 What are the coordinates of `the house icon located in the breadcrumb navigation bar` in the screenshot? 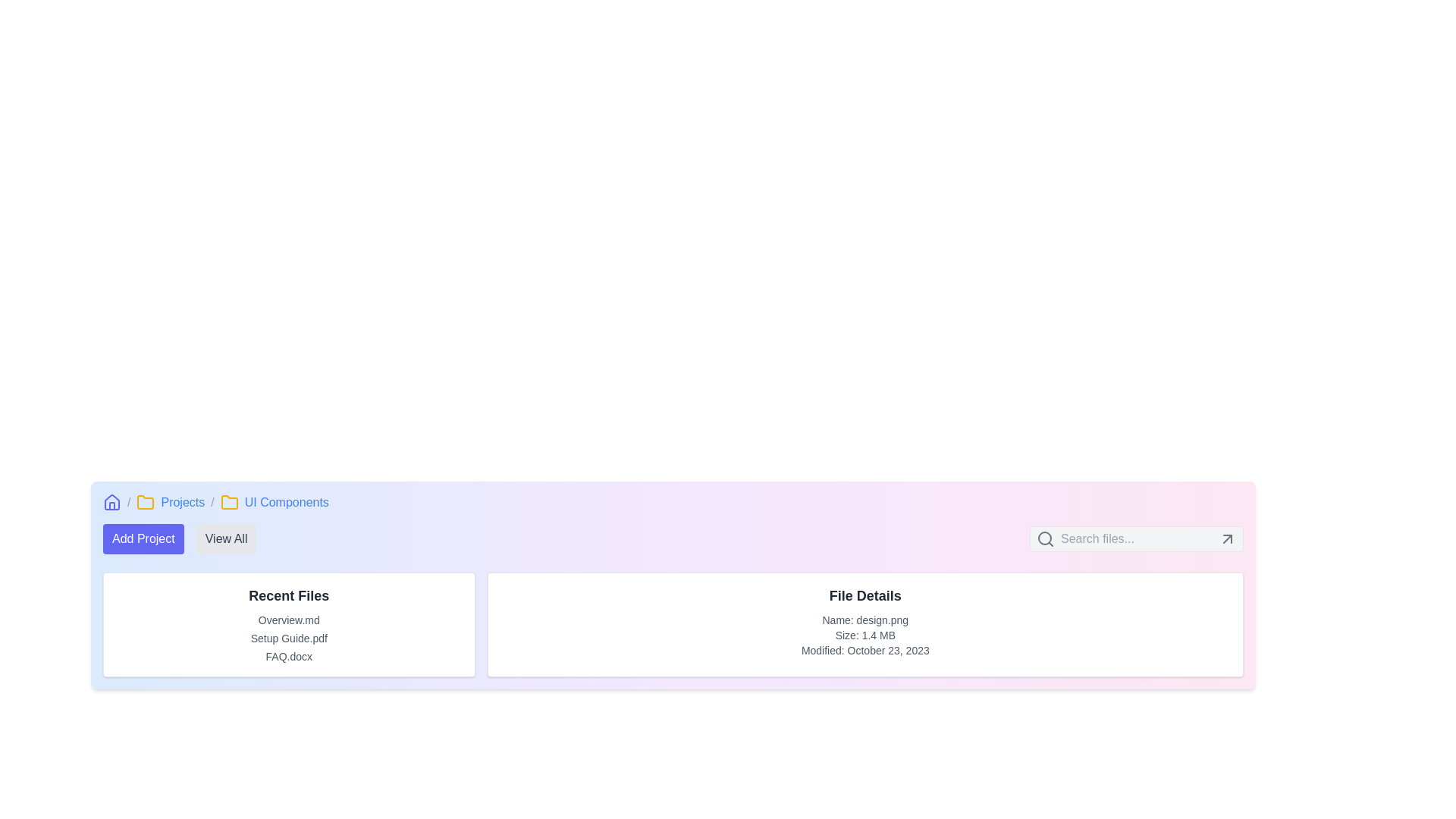 It's located at (111, 502).